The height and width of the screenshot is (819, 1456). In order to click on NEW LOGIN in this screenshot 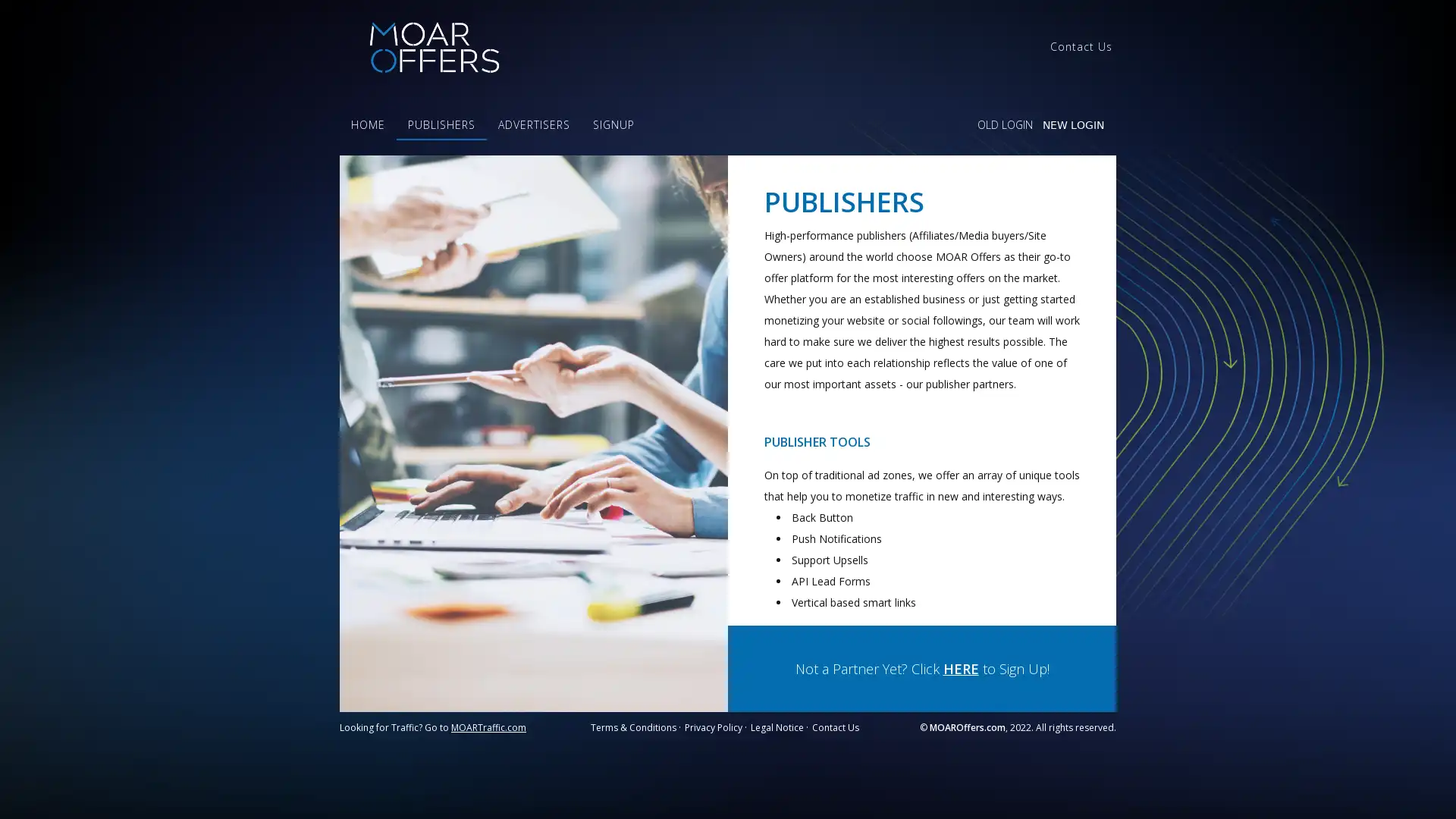, I will do `click(1072, 124)`.